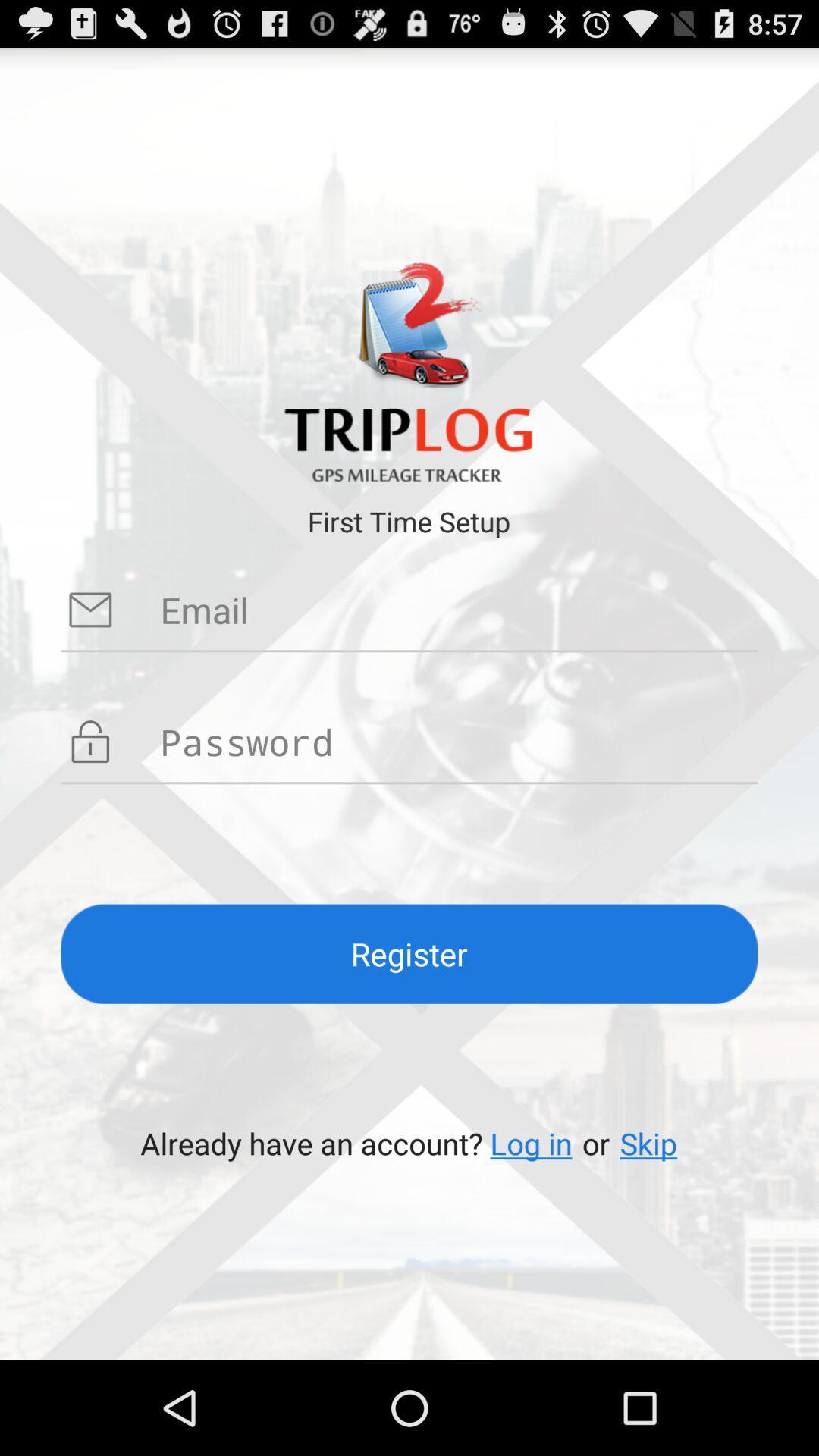  Describe the element at coordinates (530, 1143) in the screenshot. I see `the item to the right of already have an app` at that location.